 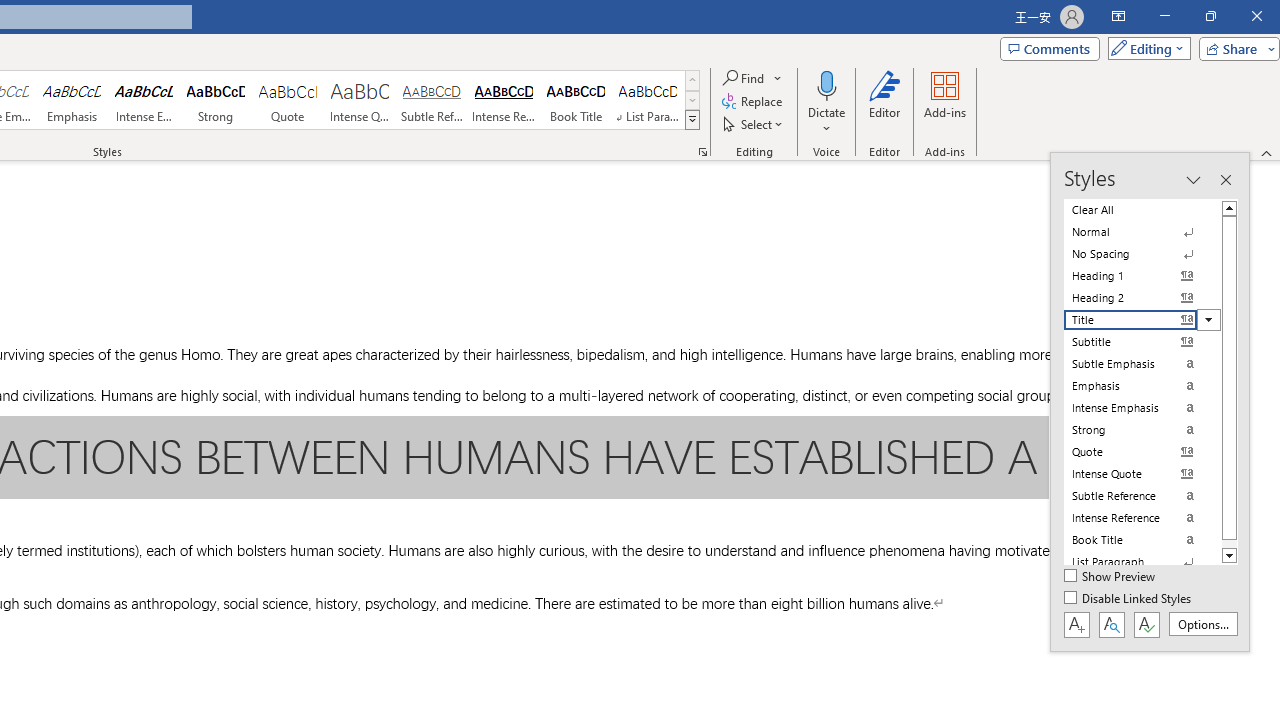 I want to click on 'Disable Linked Styles', so click(x=1129, y=598).